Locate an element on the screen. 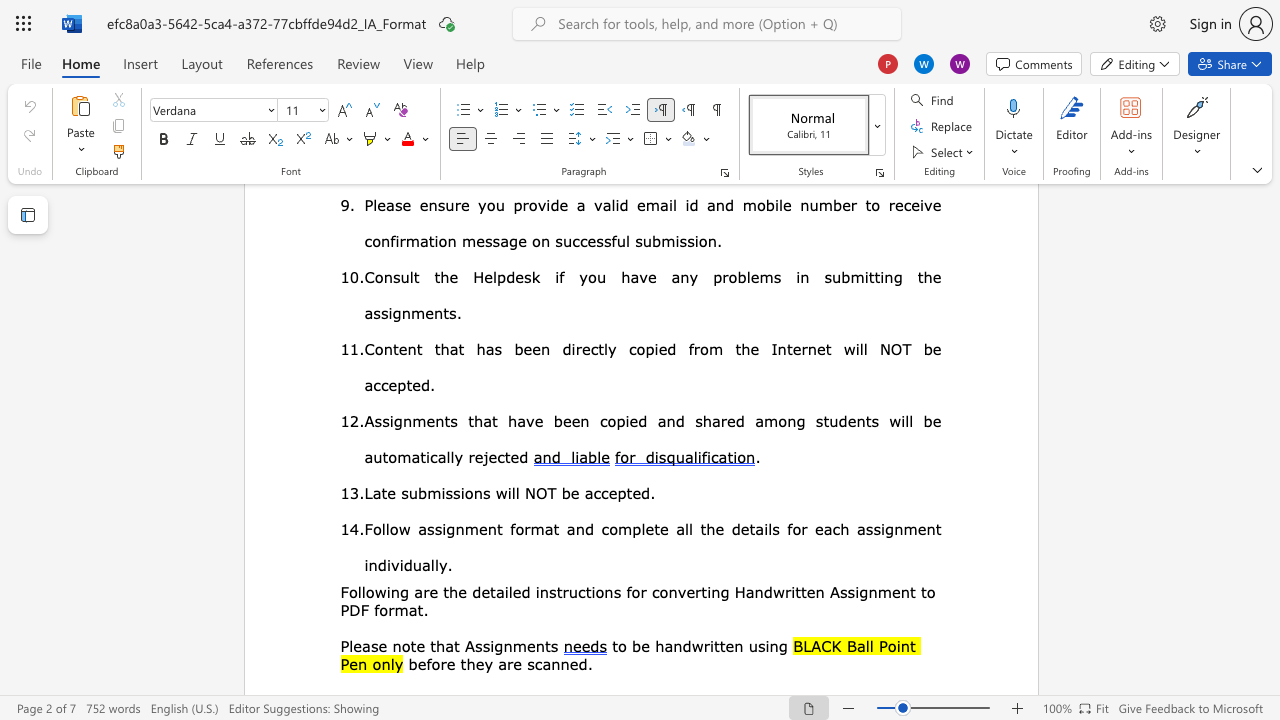  the 1th character "p" in the text is located at coordinates (621, 492).